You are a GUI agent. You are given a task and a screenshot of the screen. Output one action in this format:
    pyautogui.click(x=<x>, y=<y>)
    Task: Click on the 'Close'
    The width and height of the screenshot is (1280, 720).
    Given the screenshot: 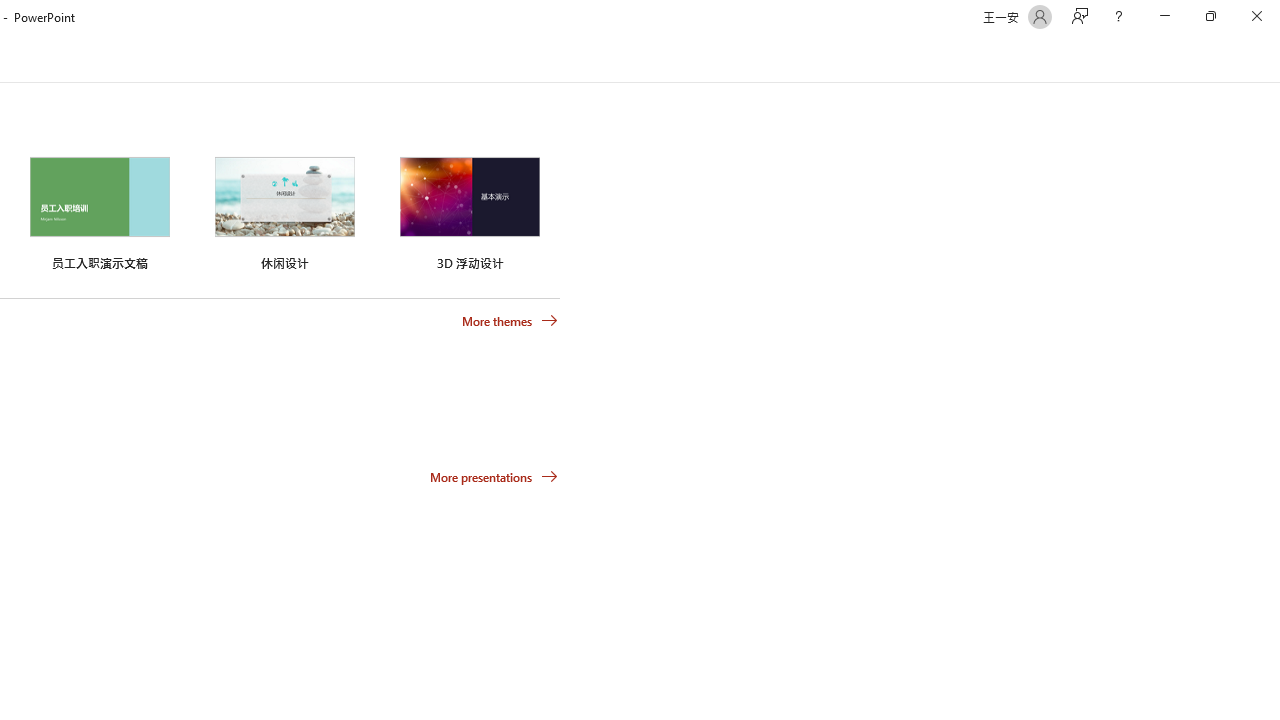 What is the action you would take?
    pyautogui.click(x=1255, y=16)
    